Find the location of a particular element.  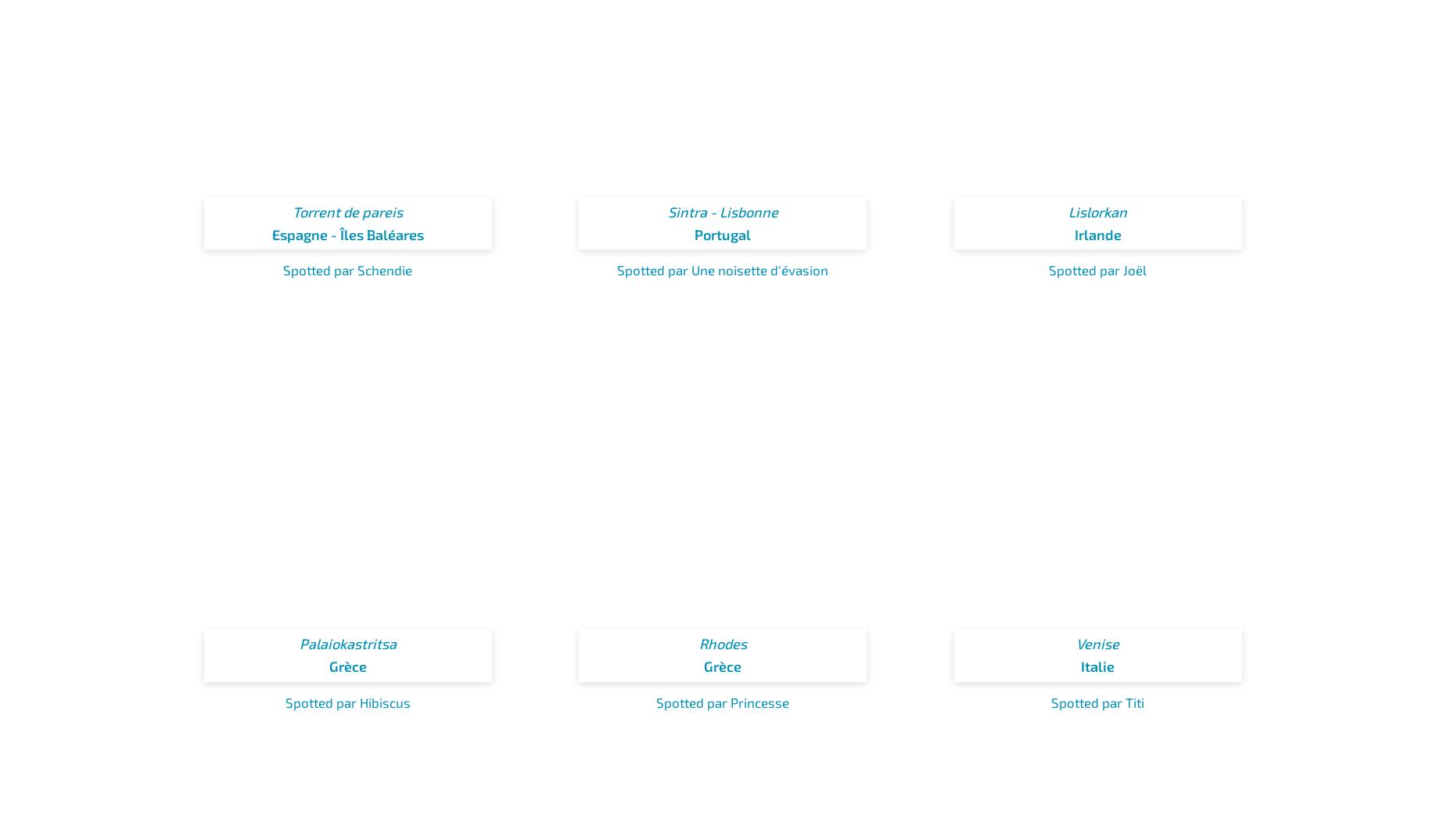

'Spotted par Princesse' is located at coordinates (723, 701).